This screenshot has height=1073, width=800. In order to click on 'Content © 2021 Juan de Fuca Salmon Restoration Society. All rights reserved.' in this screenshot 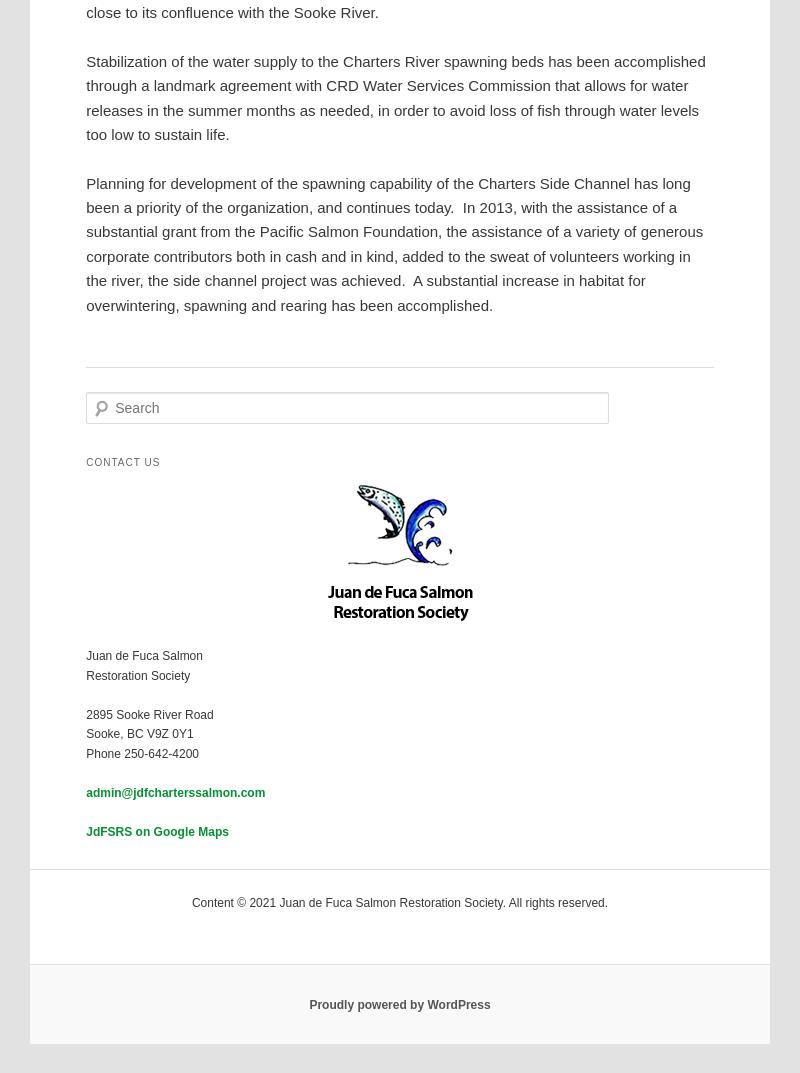, I will do `click(398, 903)`.